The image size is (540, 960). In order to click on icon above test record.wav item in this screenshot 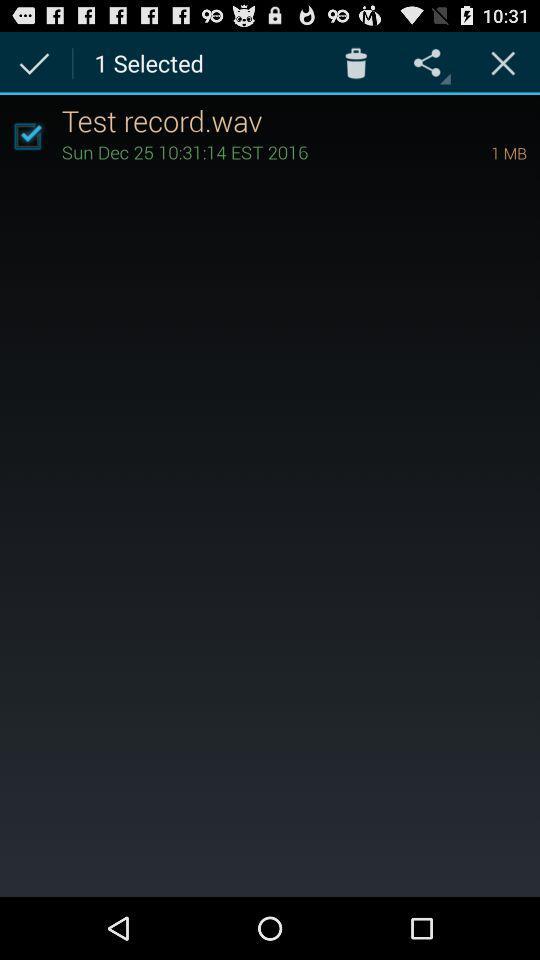, I will do `click(502, 62)`.